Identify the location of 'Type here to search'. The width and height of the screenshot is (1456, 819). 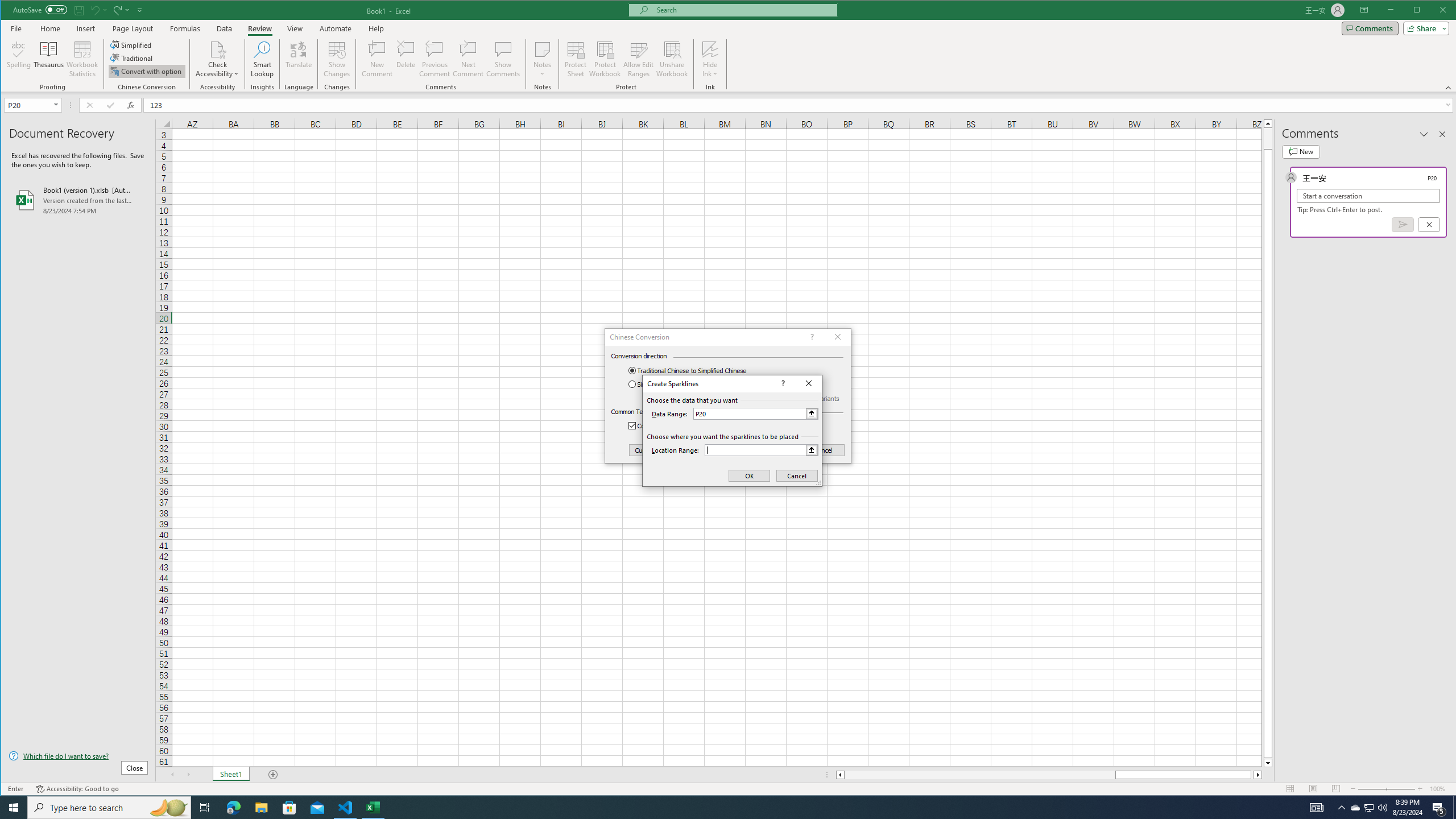
(109, 806).